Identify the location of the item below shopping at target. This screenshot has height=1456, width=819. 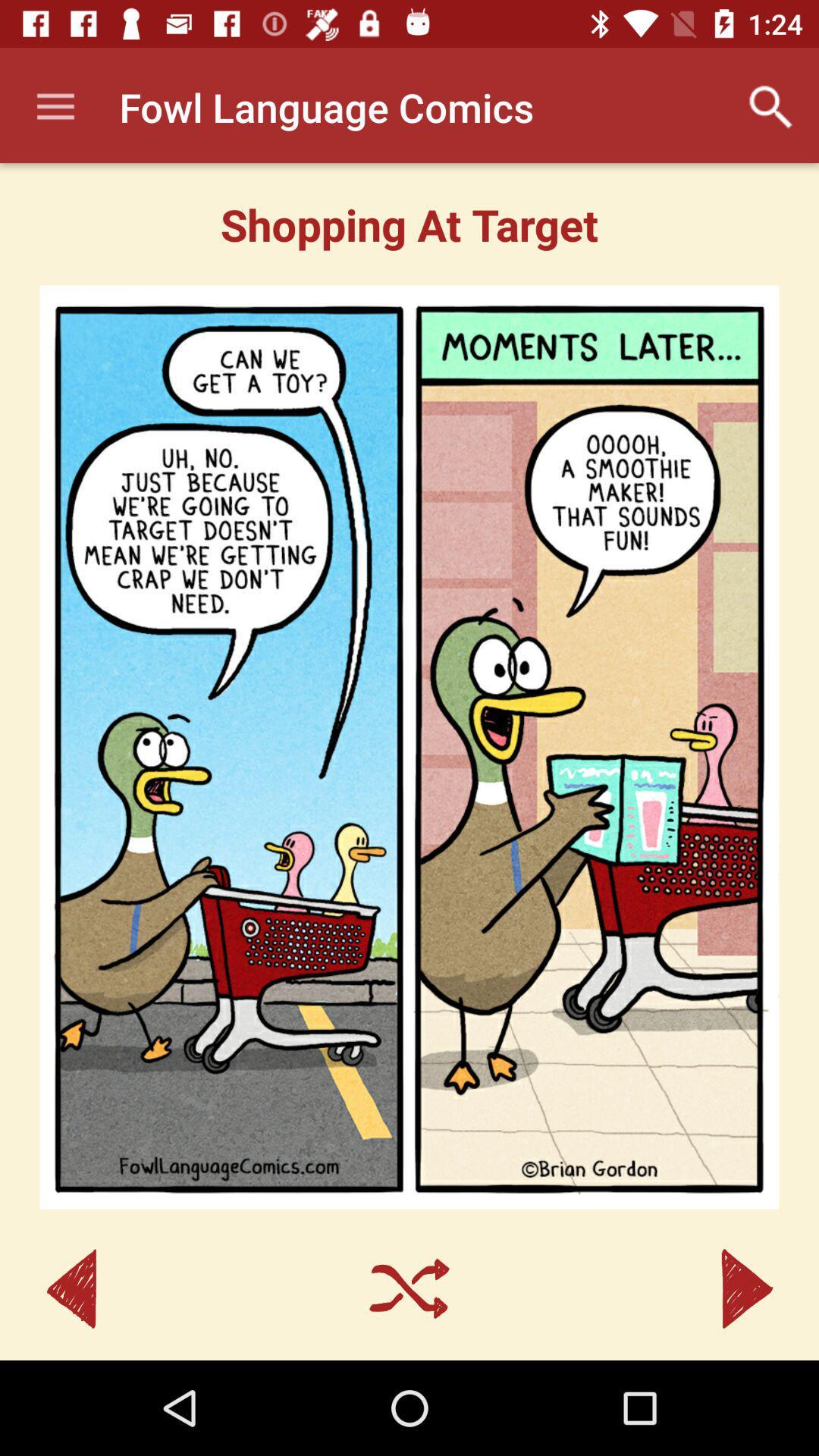
(409, 747).